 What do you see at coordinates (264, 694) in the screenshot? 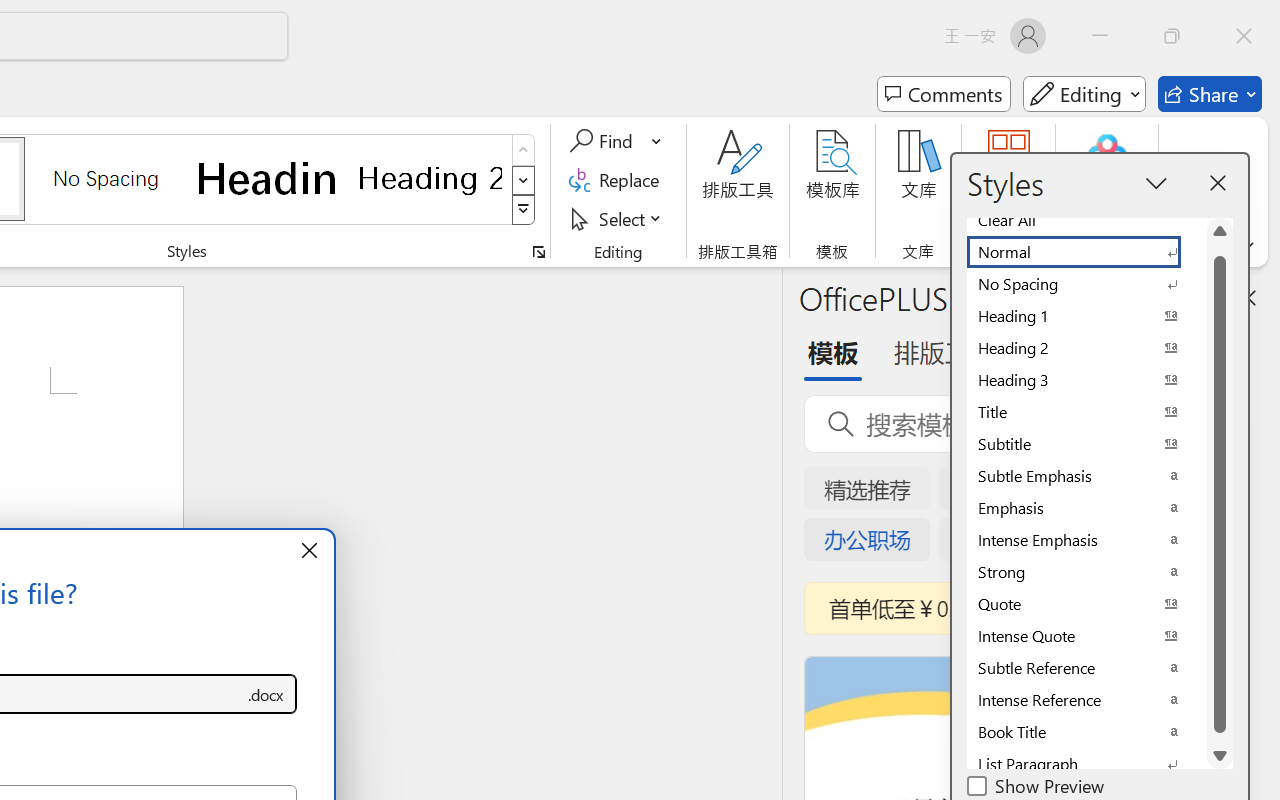
I see `'Save as type'` at bounding box center [264, 694].